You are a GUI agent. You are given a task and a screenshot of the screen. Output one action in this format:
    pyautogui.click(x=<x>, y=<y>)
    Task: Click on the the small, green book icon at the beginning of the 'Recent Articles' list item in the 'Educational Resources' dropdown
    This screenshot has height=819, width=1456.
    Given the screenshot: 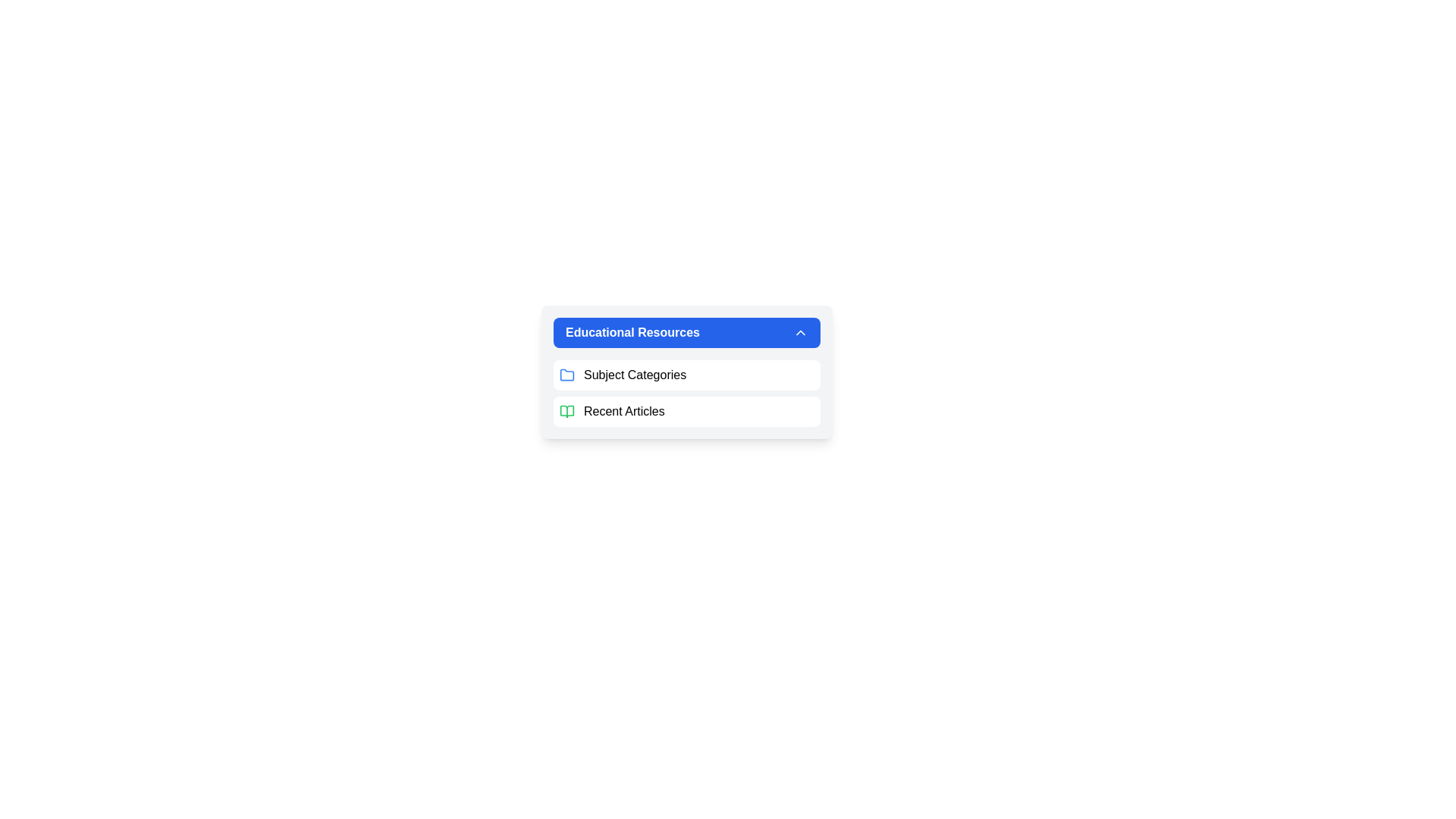 What is the action you would take?
    pyautogui.click(x=566, y=412)
    